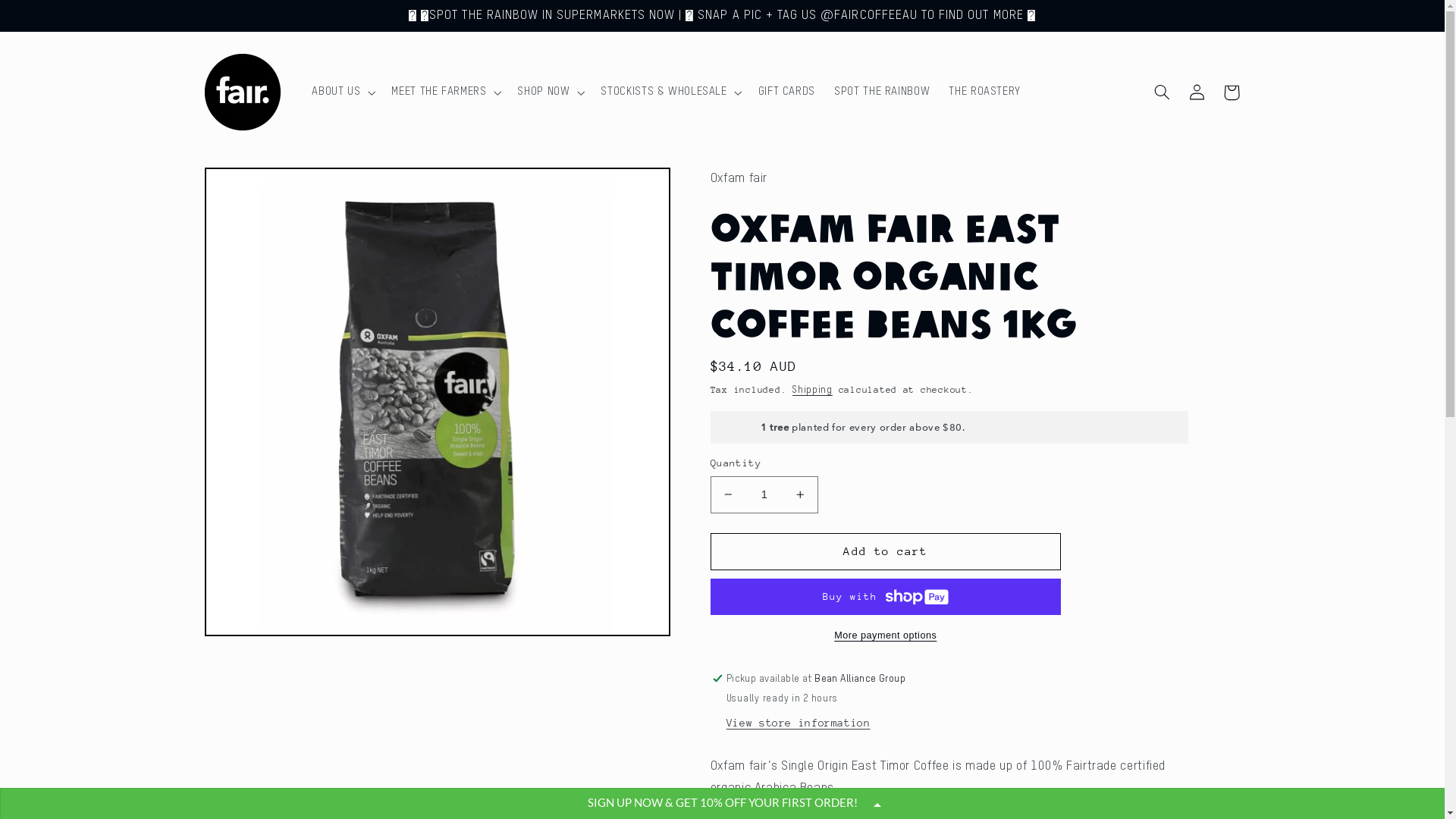 The image size is (1456, 819). What do you see at coordinates (885, 635) in the screenshot?
I see `'More payment options'` at bounding box center [885, 635].